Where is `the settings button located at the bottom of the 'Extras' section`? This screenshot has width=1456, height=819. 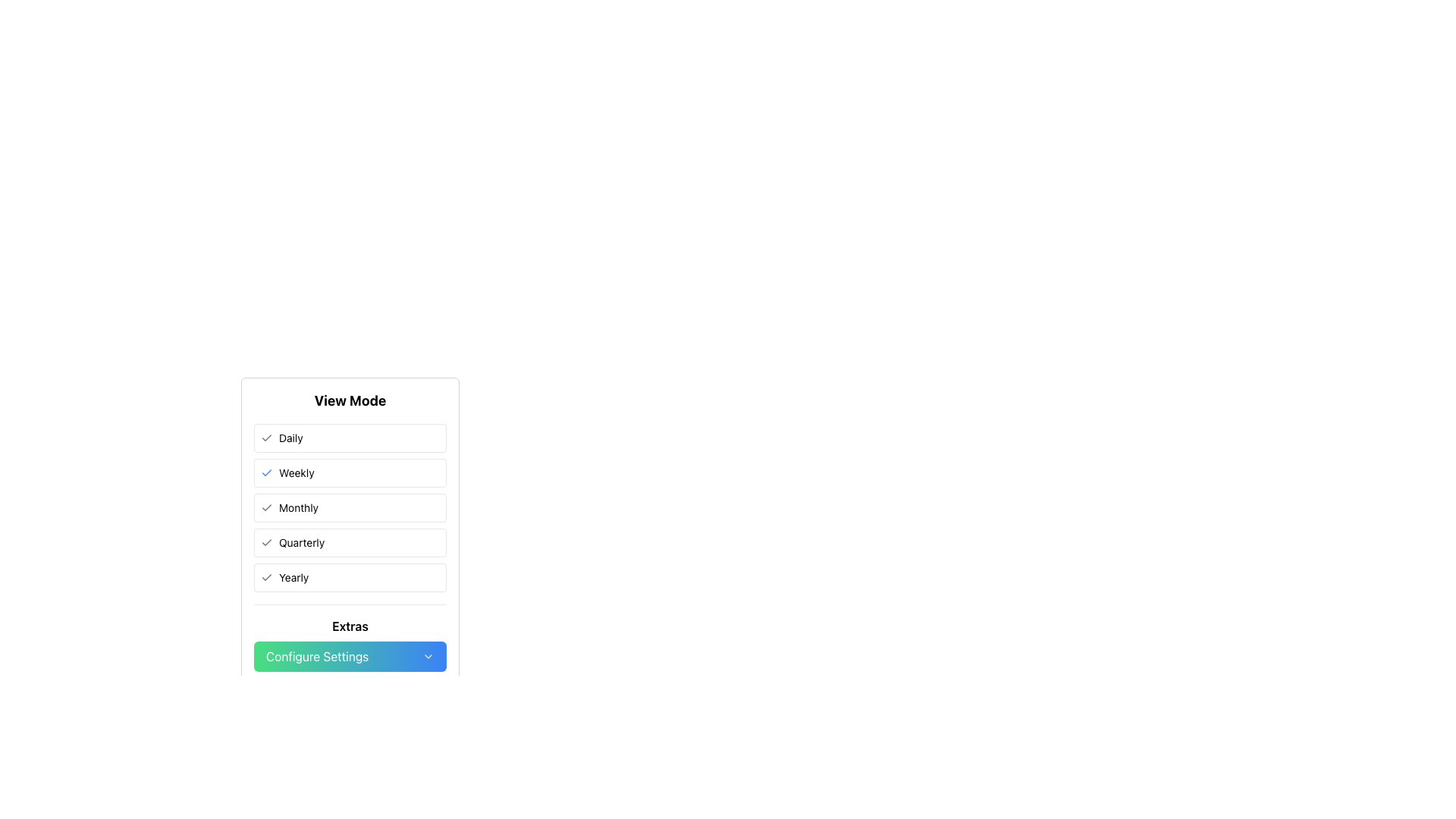 the settings button located at the bottom of the 'Extras' section is located at coordinates (349, 656).